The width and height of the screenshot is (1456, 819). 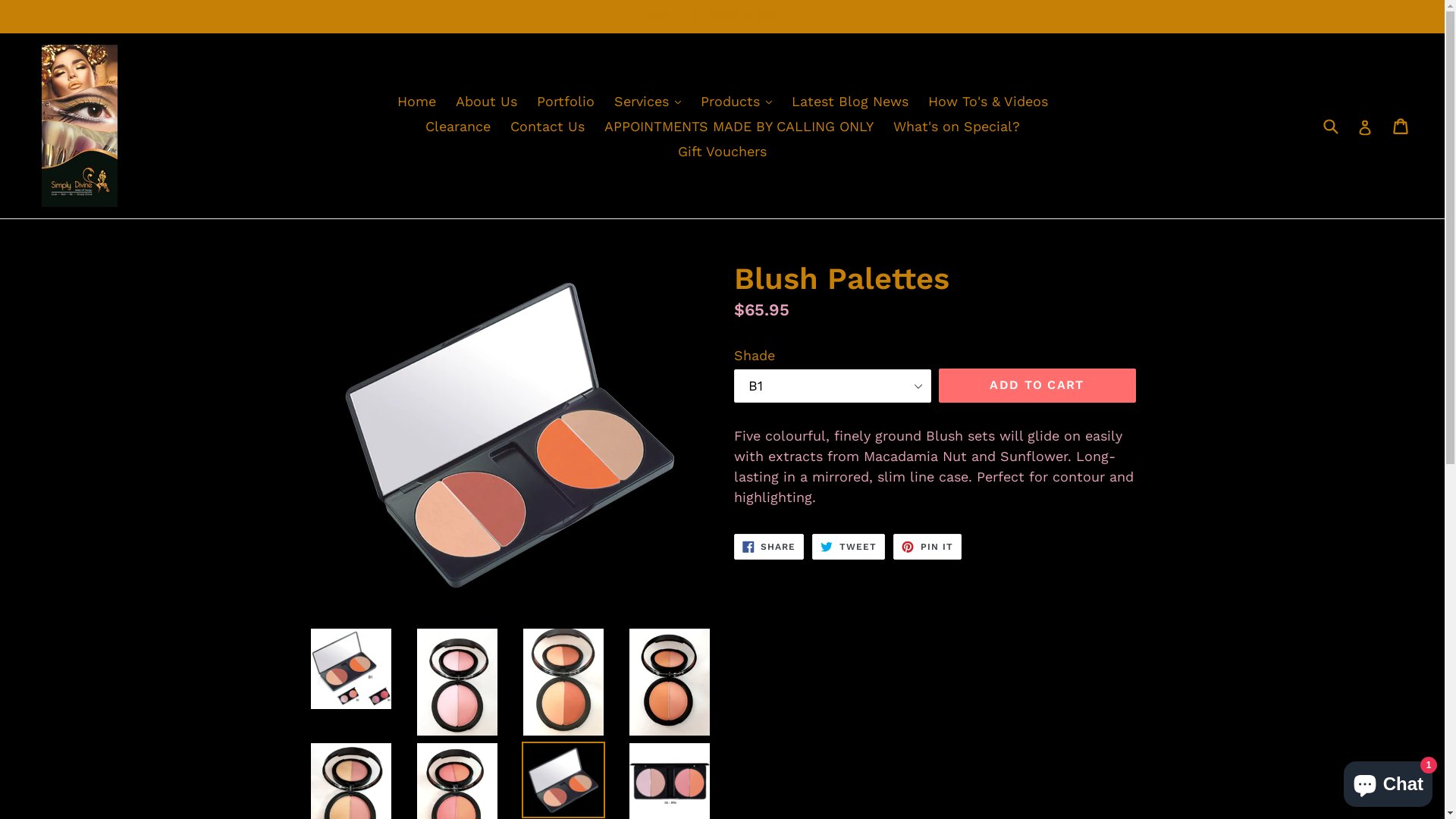 What do you see at coordinates (721, 150) in the screenshot?
I see `'Gift Vouchers'` at bounding box center [721, 150].